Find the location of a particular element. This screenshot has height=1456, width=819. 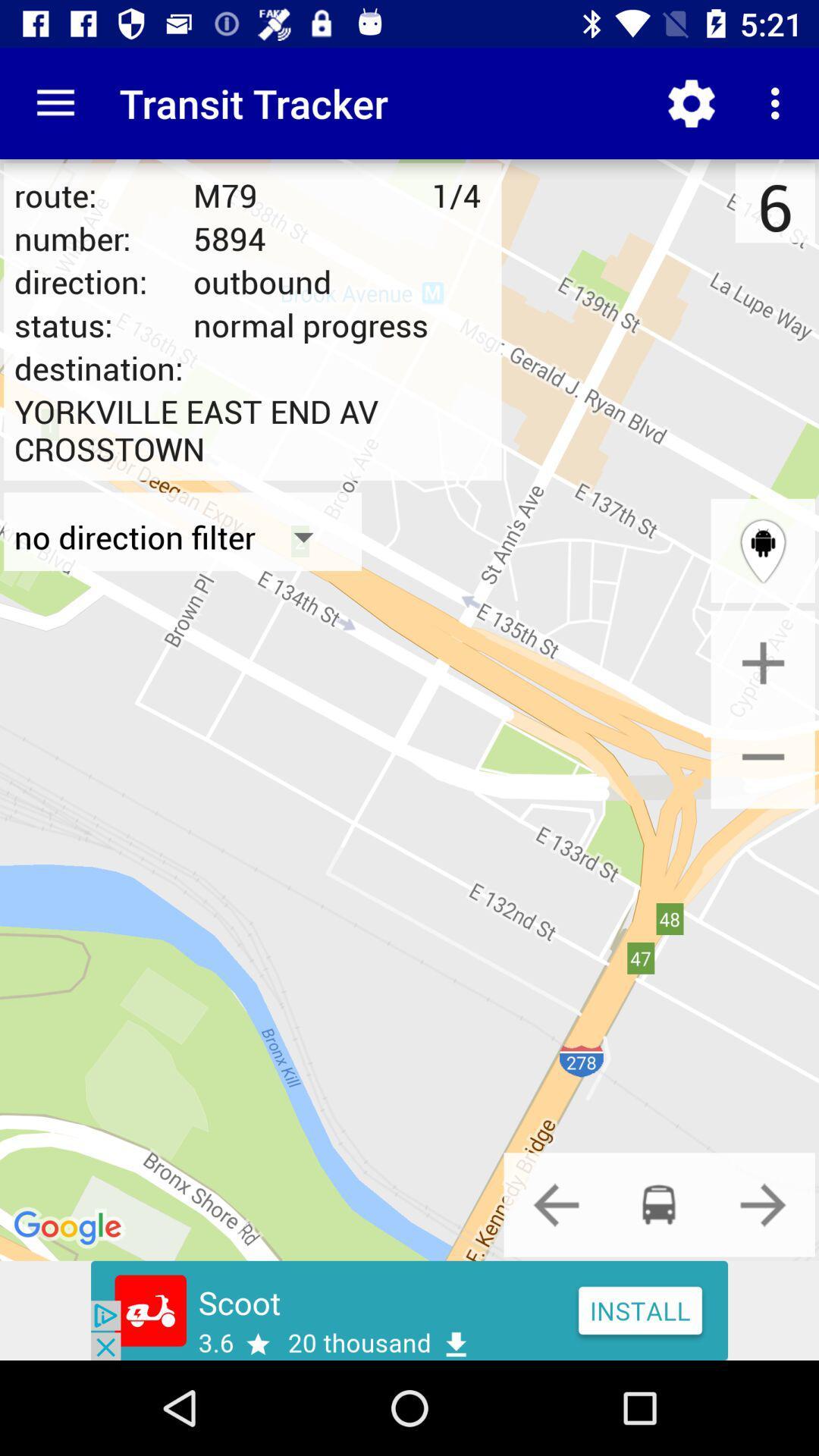

item is located at coordinates (763, 663).